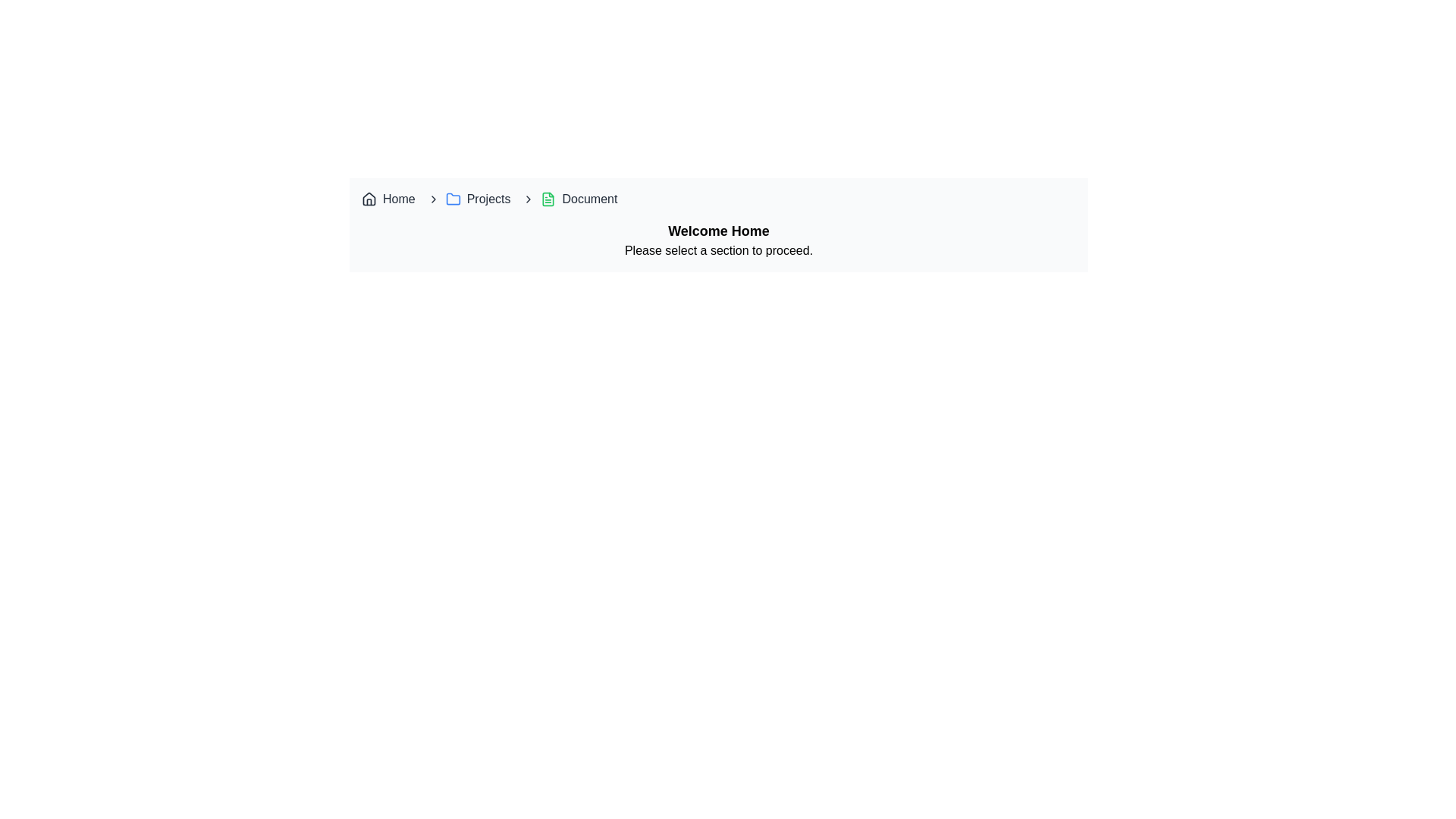 This screenshot has width=1456, height=819. I want to click on the static text label displaying 'Document' within the breadcrumb navigation component, which is the third item after 'Projects', so click(588, 198).